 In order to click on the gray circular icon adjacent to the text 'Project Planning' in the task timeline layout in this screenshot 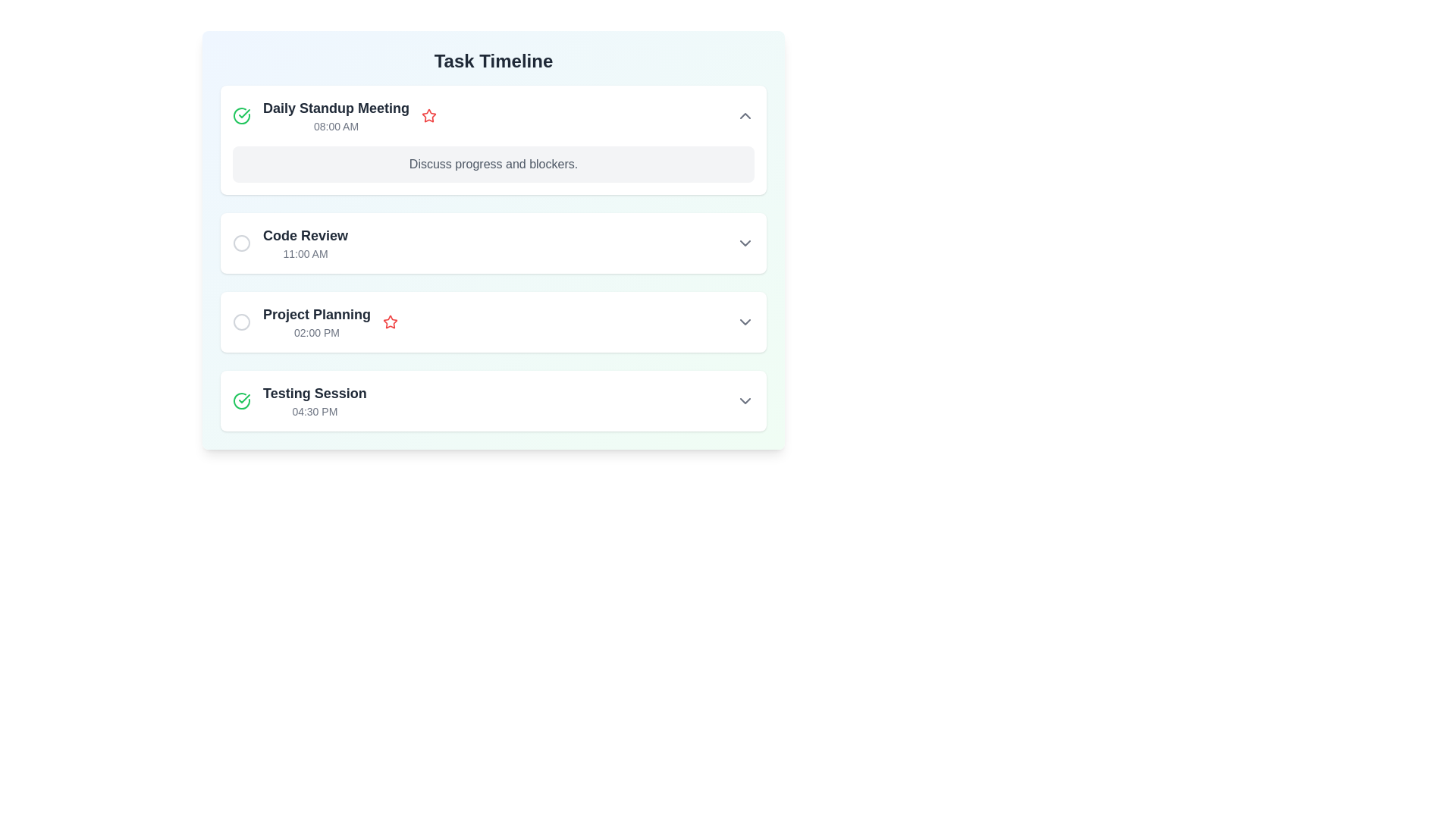, I will do `click(240, 321)`.